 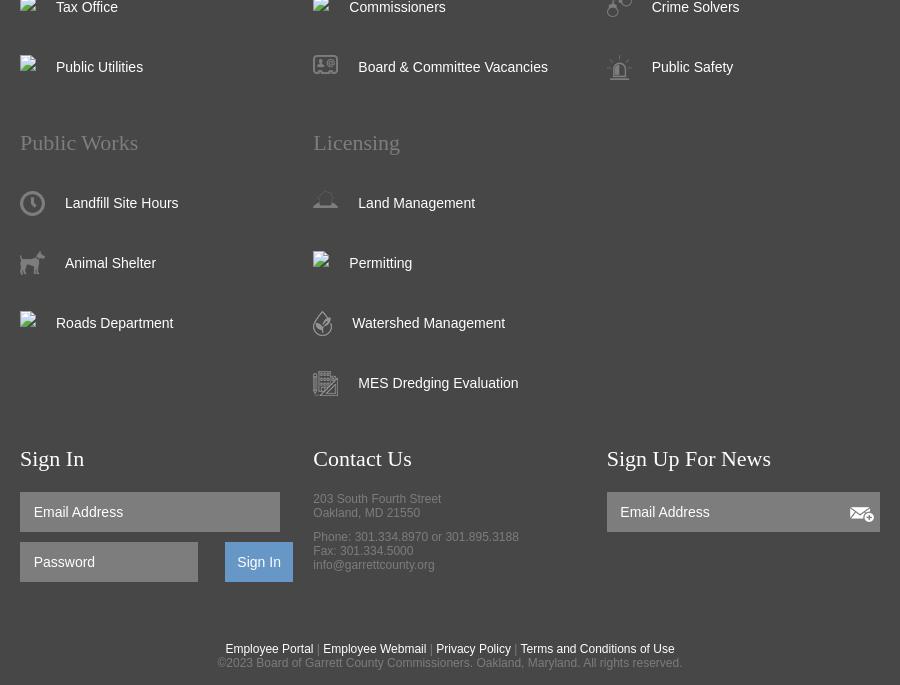 I want to click on 'Contact Us', so click(x=361, y=458).